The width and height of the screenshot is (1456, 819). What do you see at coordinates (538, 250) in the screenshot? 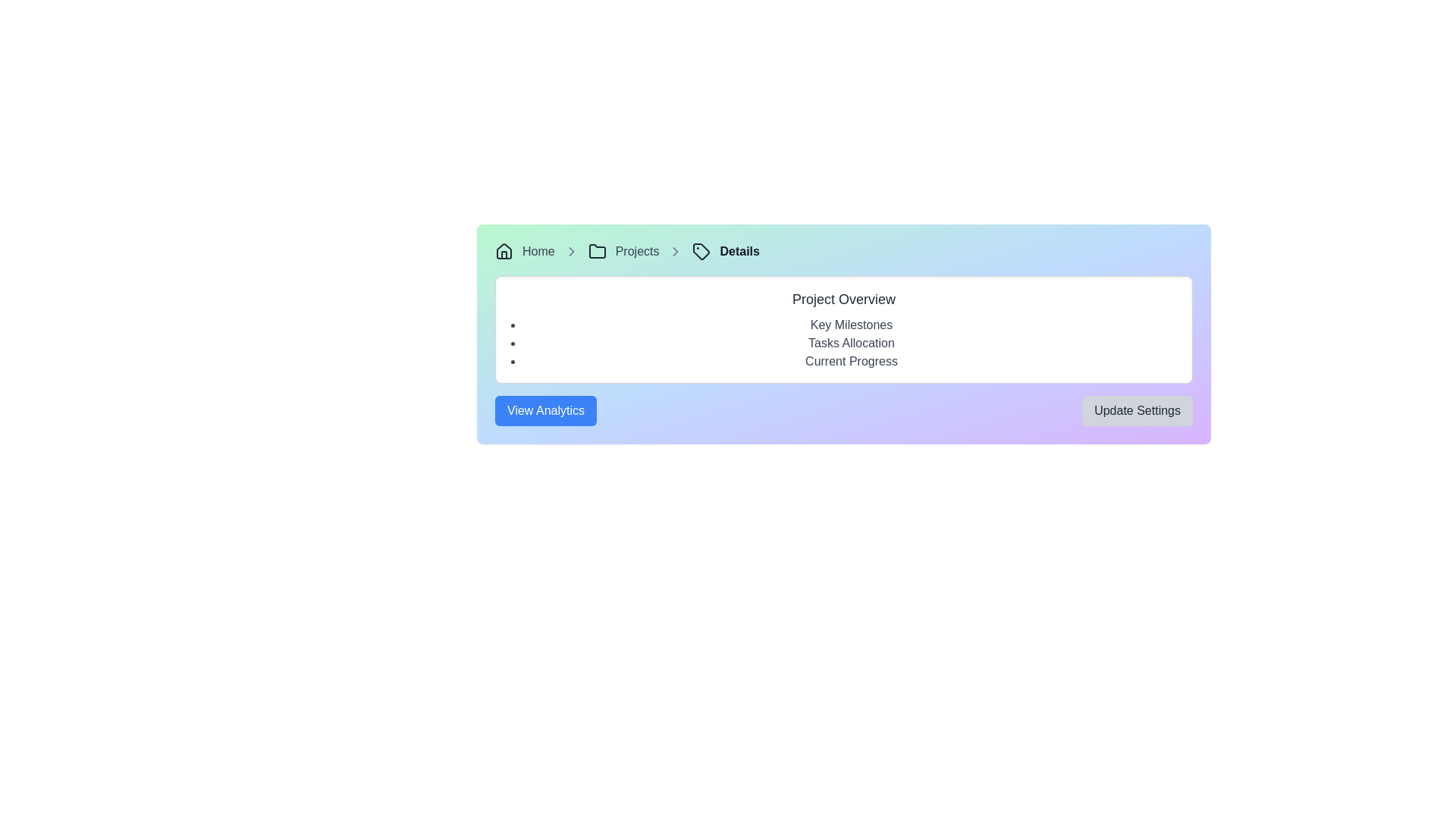
I see `the breadcrumb text link located near the top-left of the content section` at bounding box center [538, 250].